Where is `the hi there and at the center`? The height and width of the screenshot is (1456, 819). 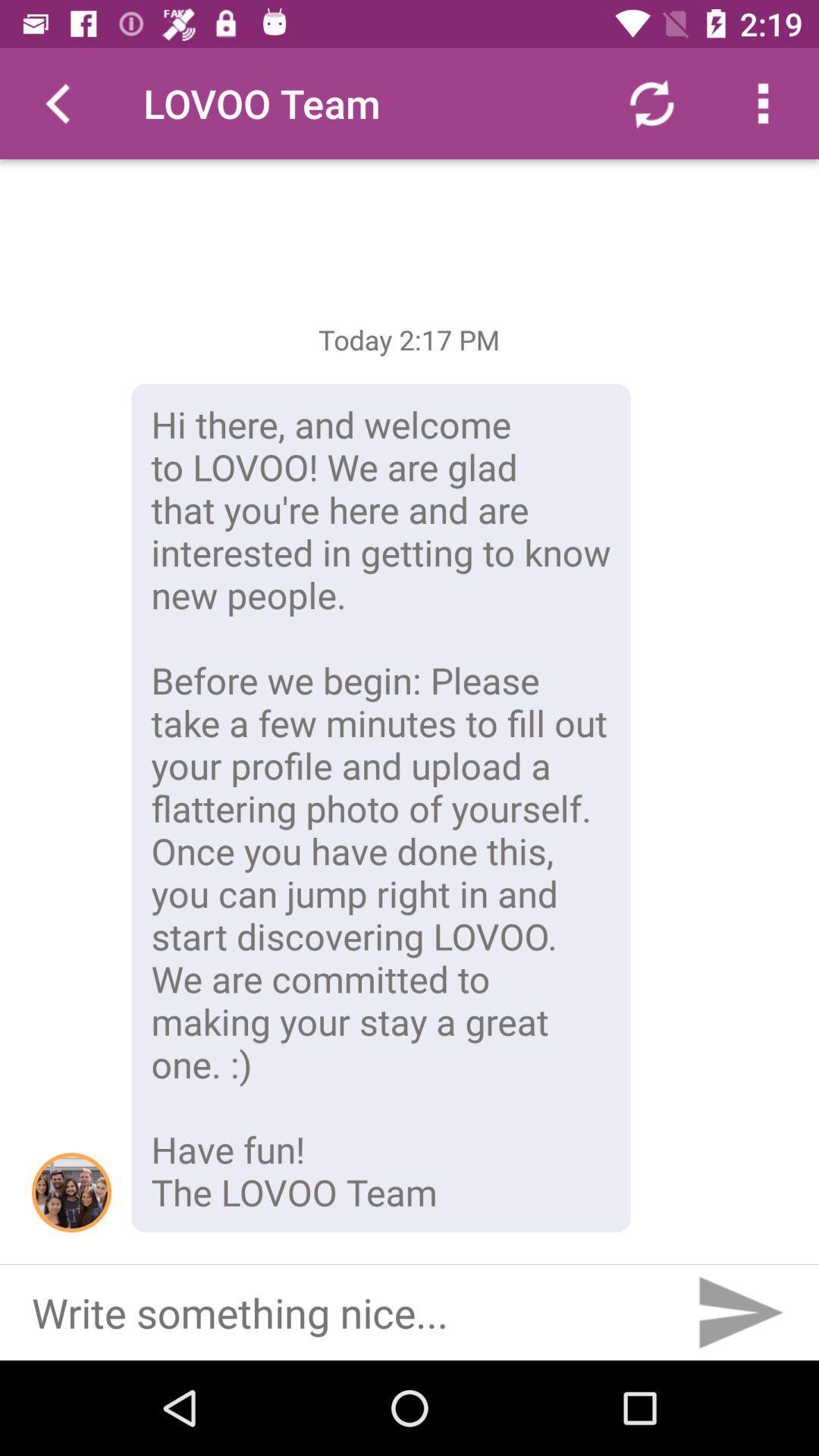 the hi there and at the center is located at coordinates (380, 807).